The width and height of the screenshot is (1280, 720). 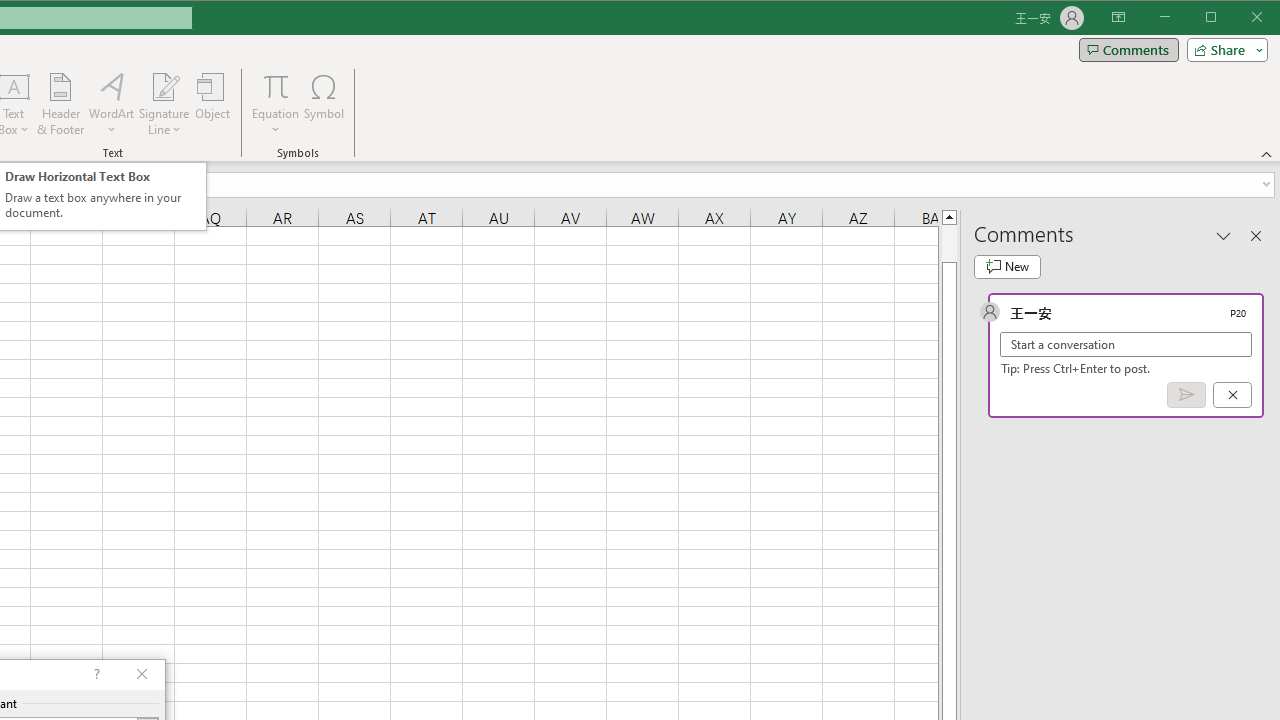 I want to click on 'Maximize', so click(x=1238, y=19).